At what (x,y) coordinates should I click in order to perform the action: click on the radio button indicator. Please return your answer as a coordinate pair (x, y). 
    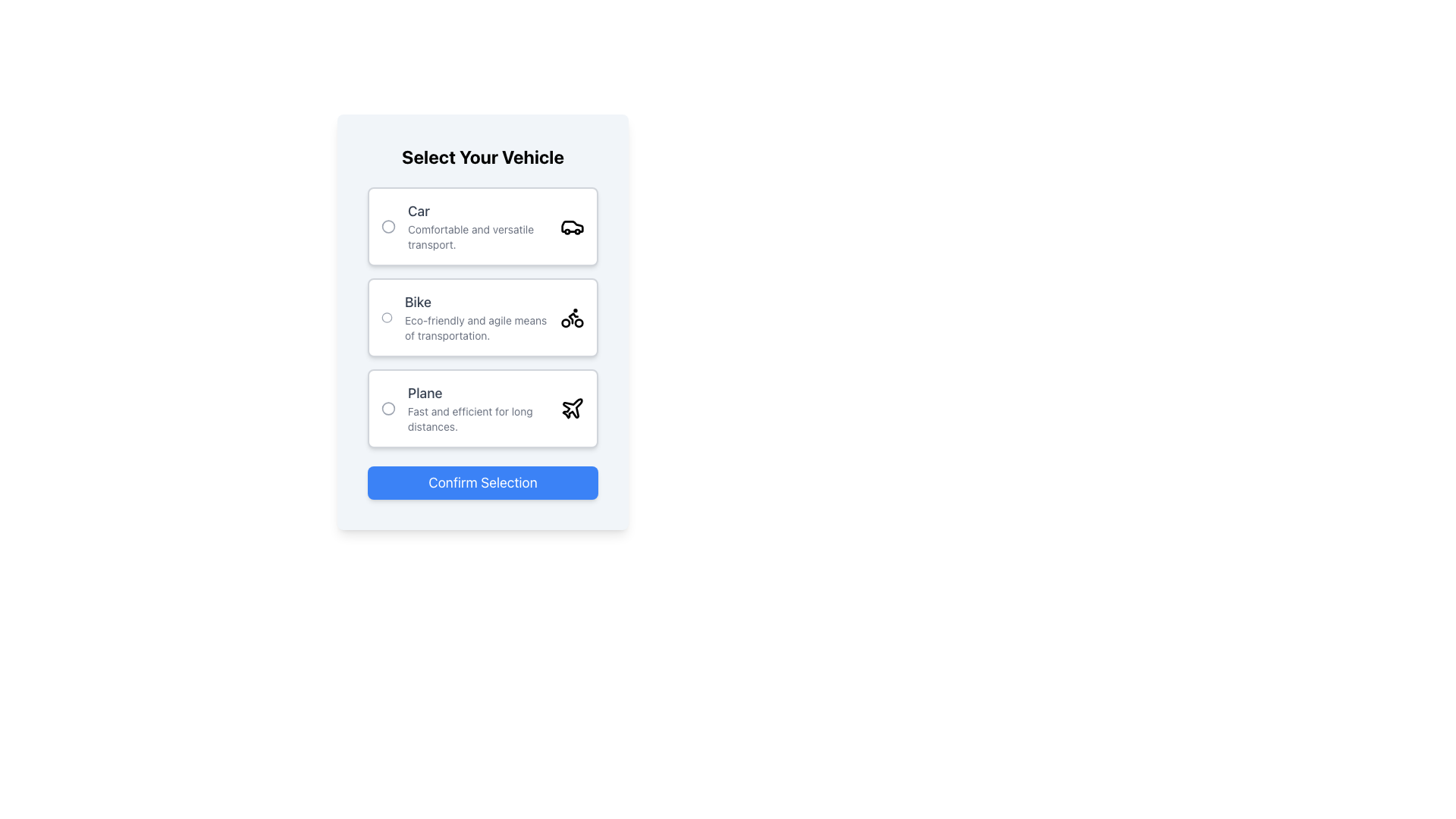
    Looking at the image, I should click on (388, 408).